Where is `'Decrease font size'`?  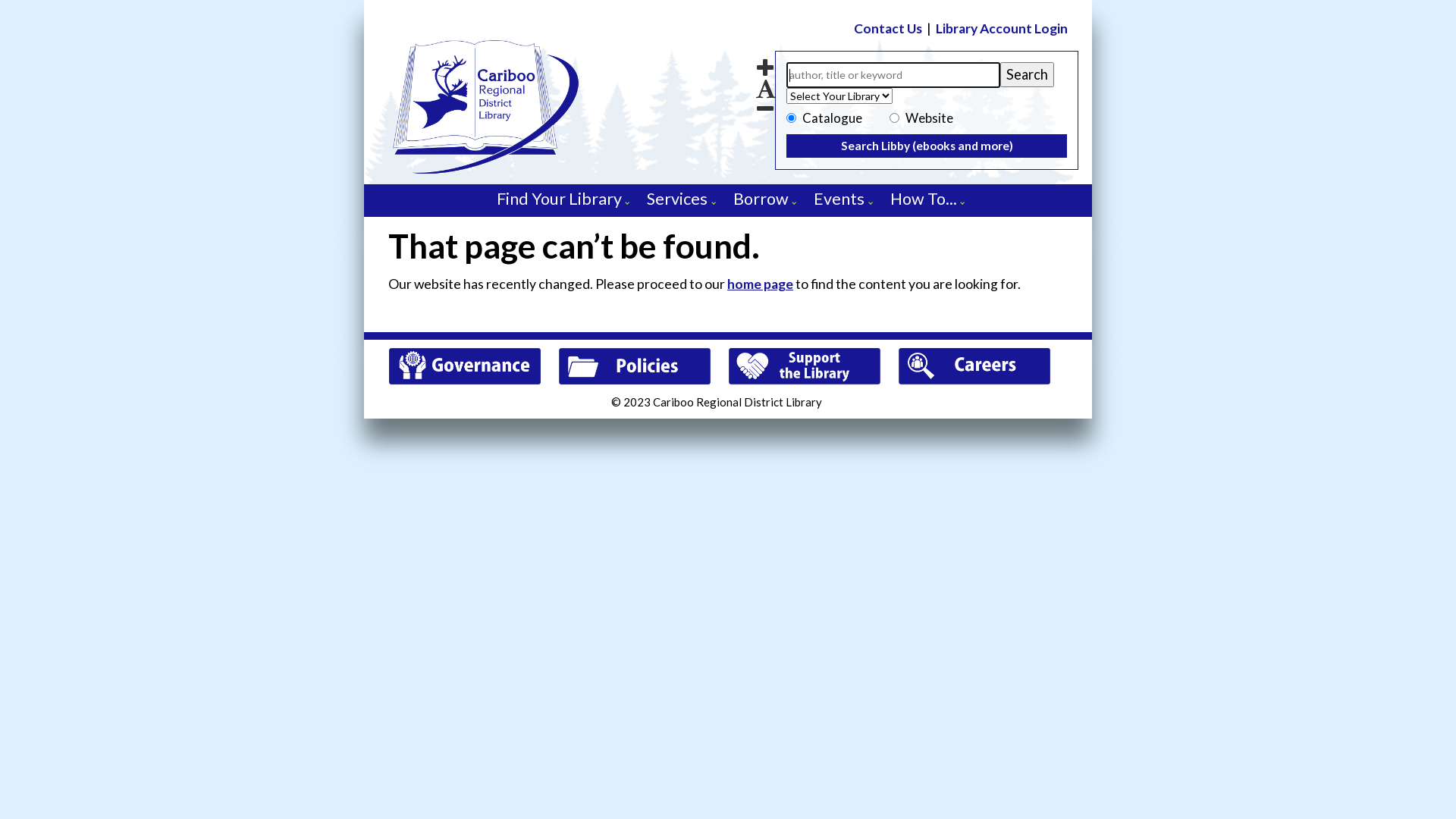
'Decrease font size' is located at coordinates (765, 107).